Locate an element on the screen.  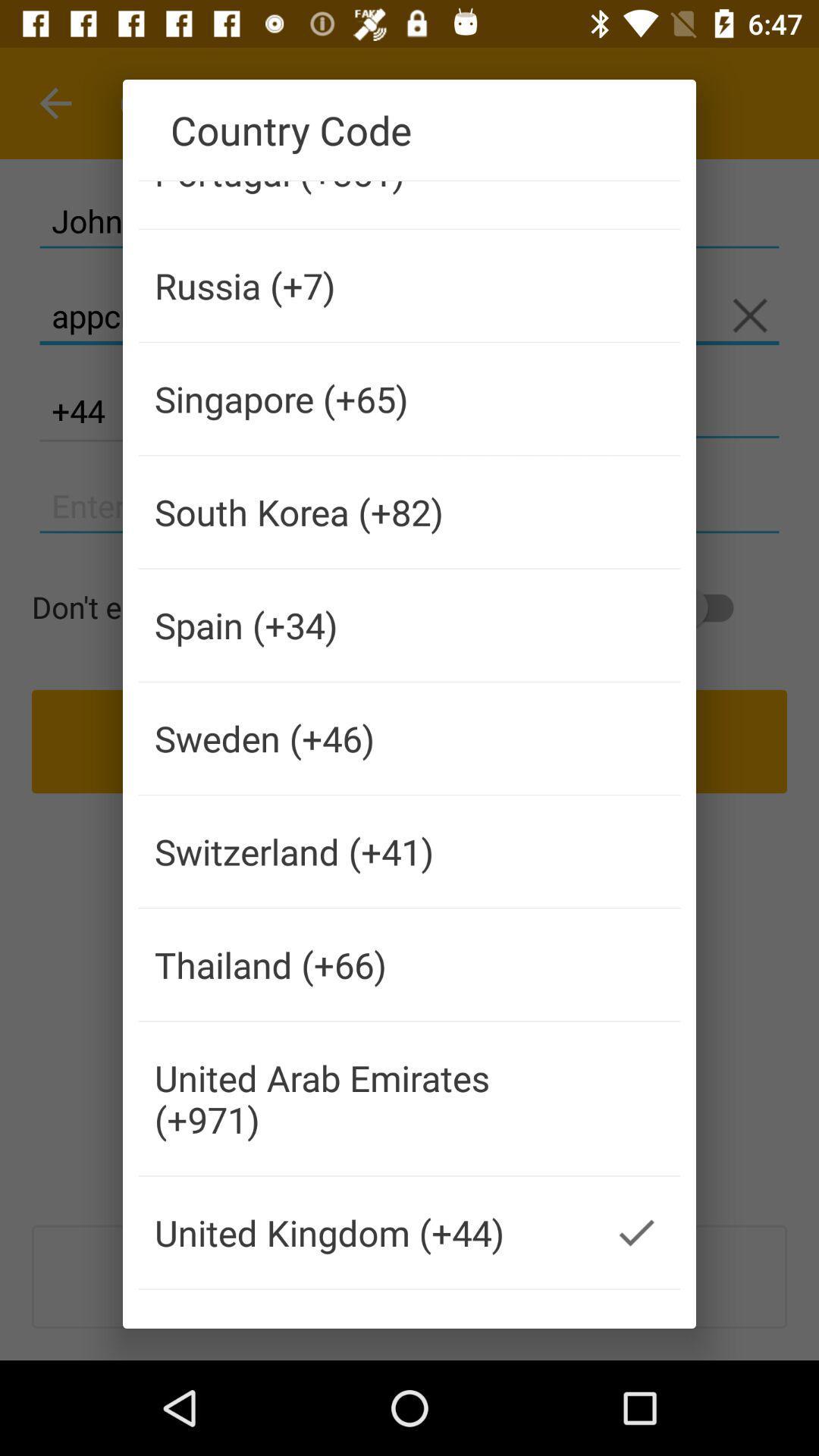
icon above thailand (+66) item is located at coordinates (366, 852).